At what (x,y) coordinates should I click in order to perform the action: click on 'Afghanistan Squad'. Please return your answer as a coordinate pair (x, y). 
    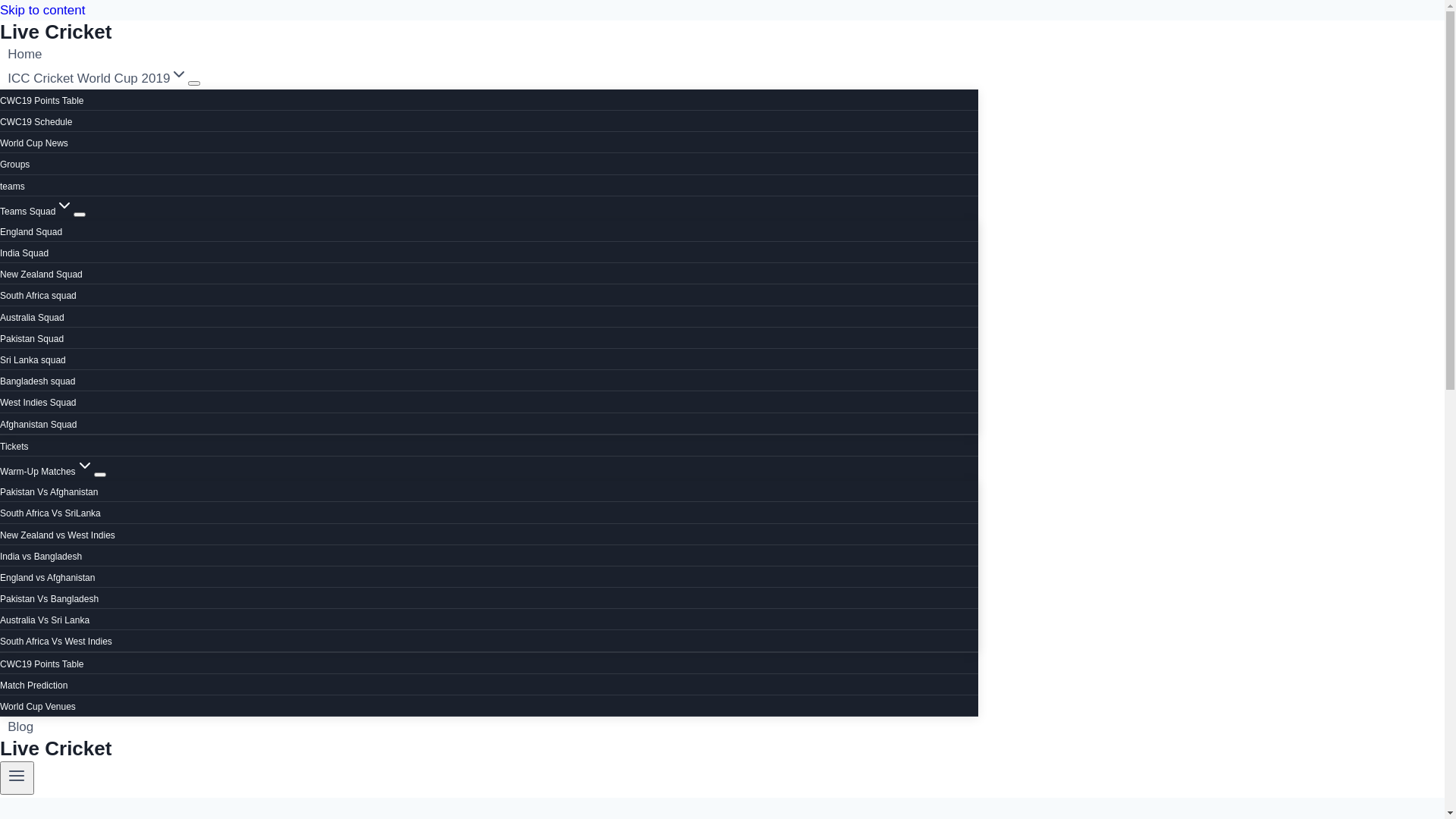
    Looking at the image, I should click on (38, 424).